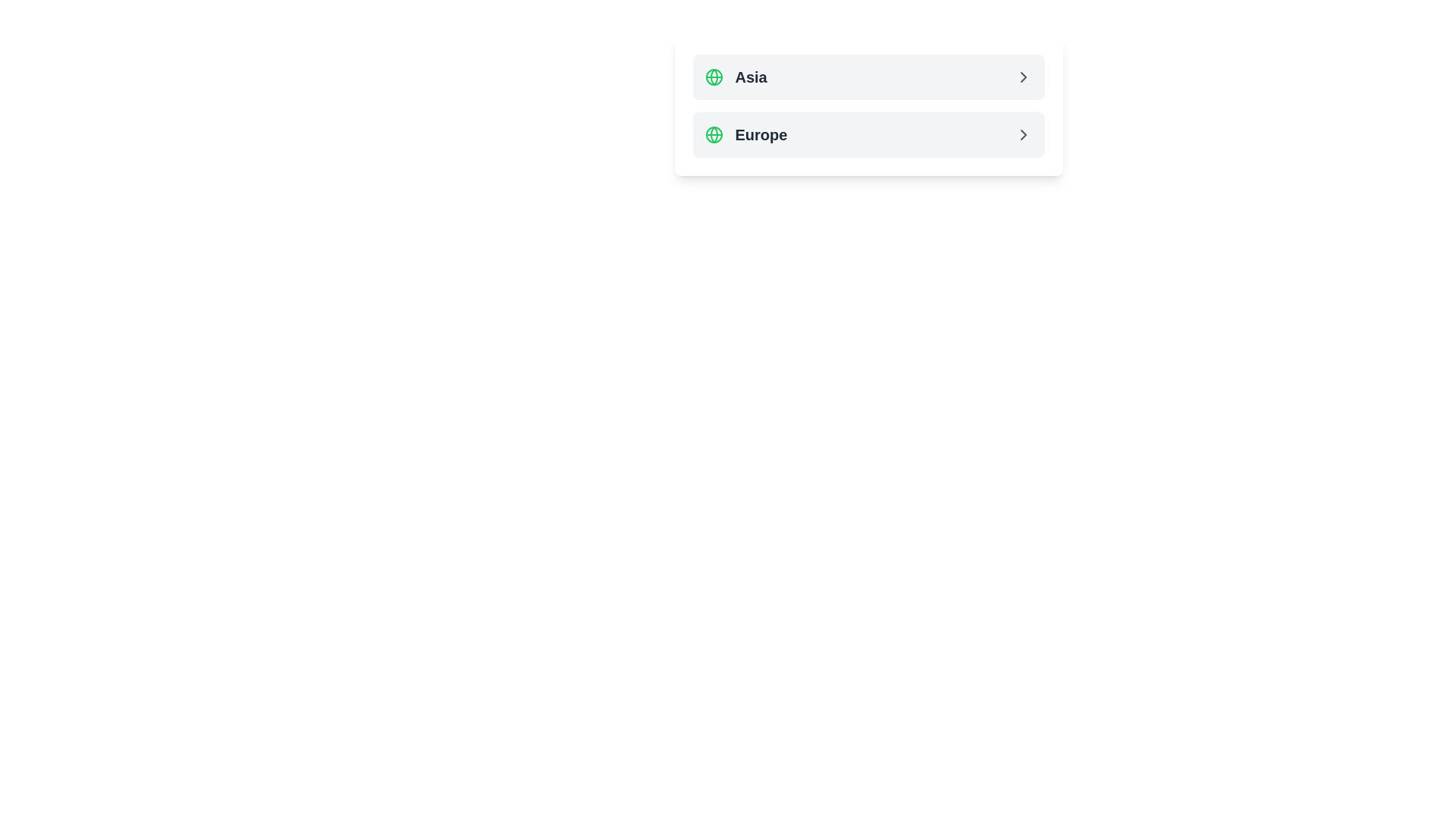  What do you see at coordinates (761, 133) in the screenshot?
I see `the 'Europe' text label for reading by moving the cursor to its center point` at bounding box center [761, 133].